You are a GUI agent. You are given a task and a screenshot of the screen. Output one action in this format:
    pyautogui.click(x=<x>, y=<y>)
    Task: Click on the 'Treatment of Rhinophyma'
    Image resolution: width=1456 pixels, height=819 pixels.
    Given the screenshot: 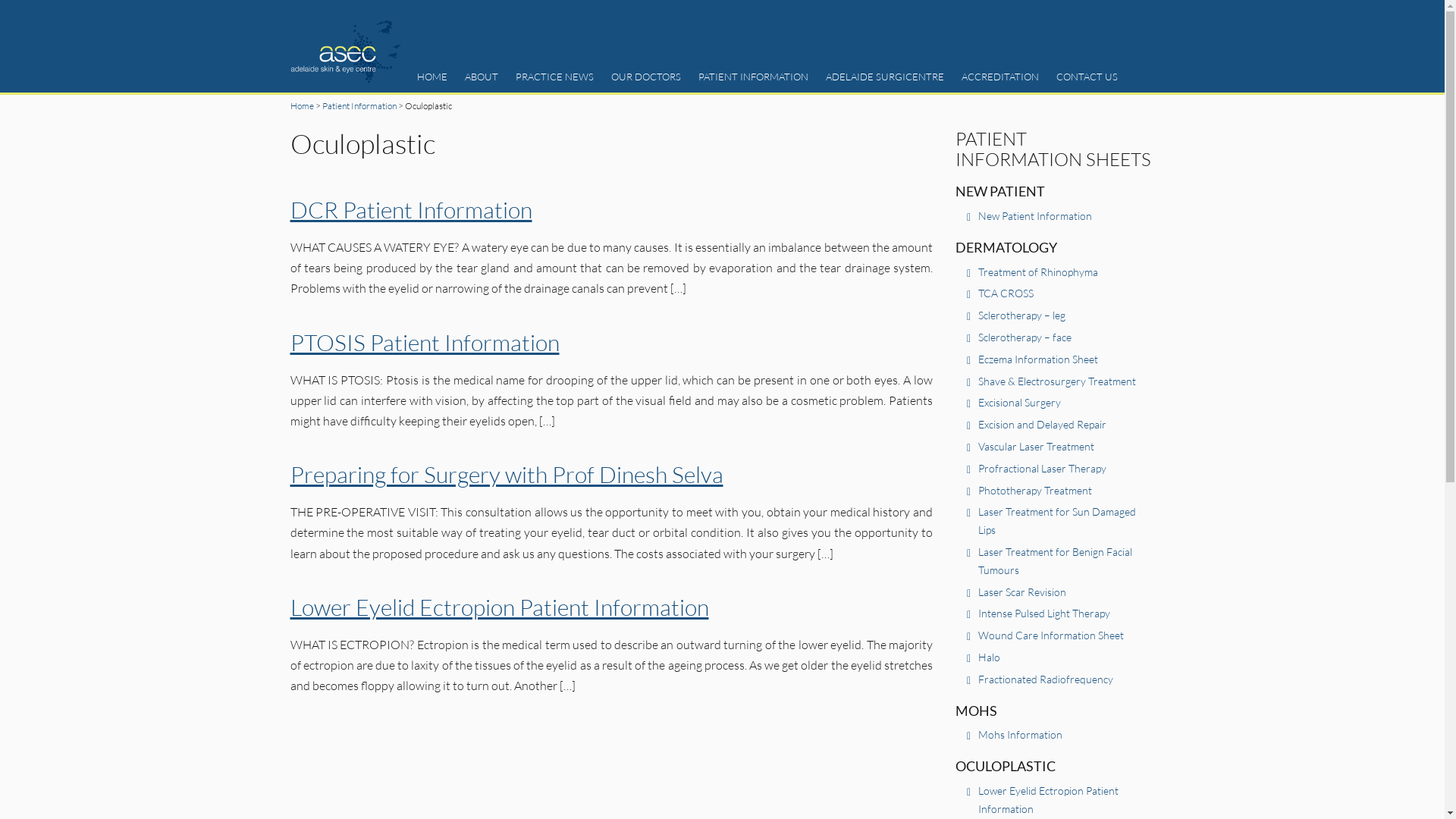 What is the action you would take?
    pyautogui.click(x=978, y=271)
    